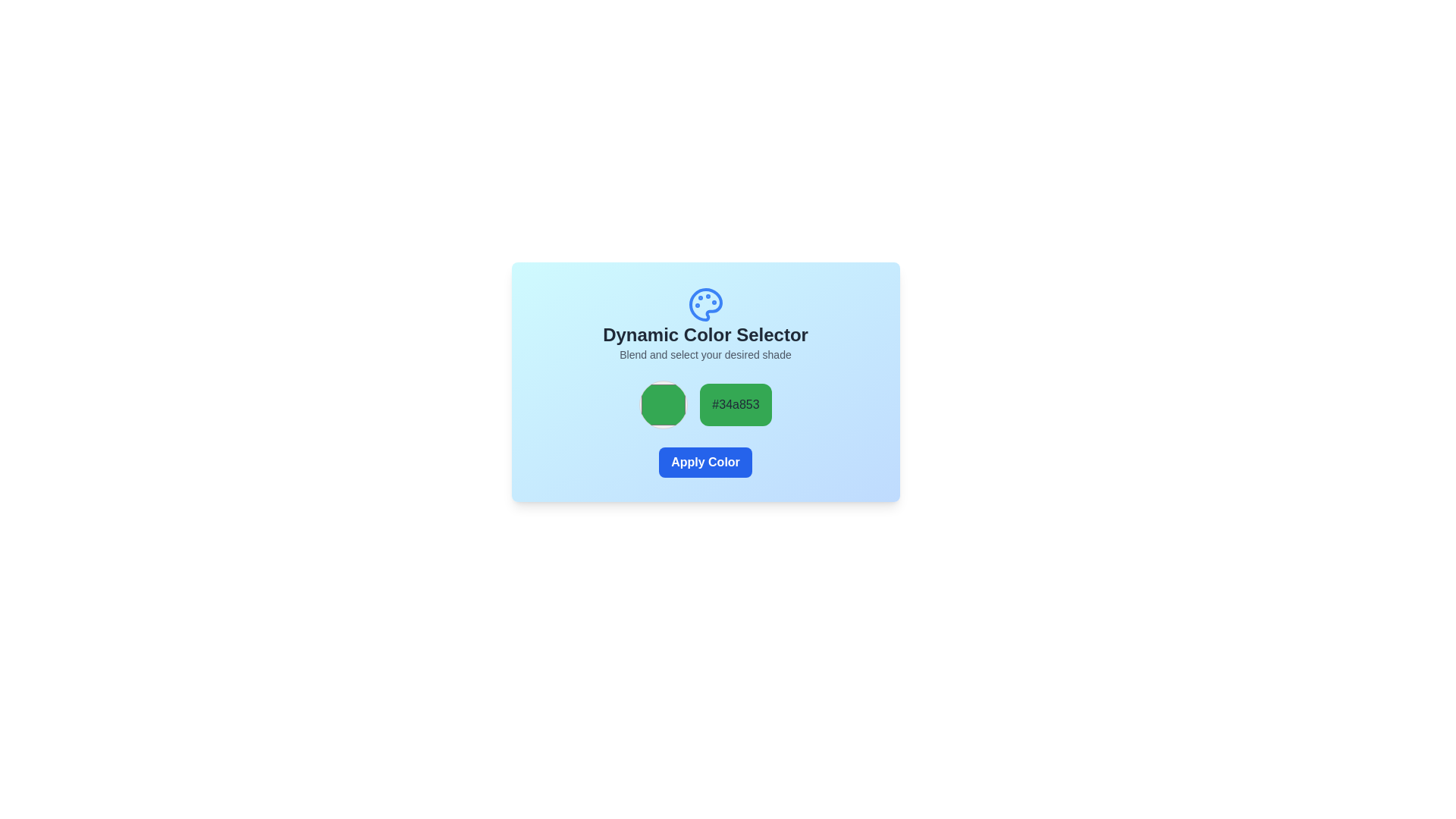 The height and width of the screenshot is (819, 1456). Describe the element at coordinates (704, 334) in the screenshot. I see `the header text label that reads 'Dynamic Color Selector', styled in bold font and located in the center of the interface, below a palette icon` at that location.